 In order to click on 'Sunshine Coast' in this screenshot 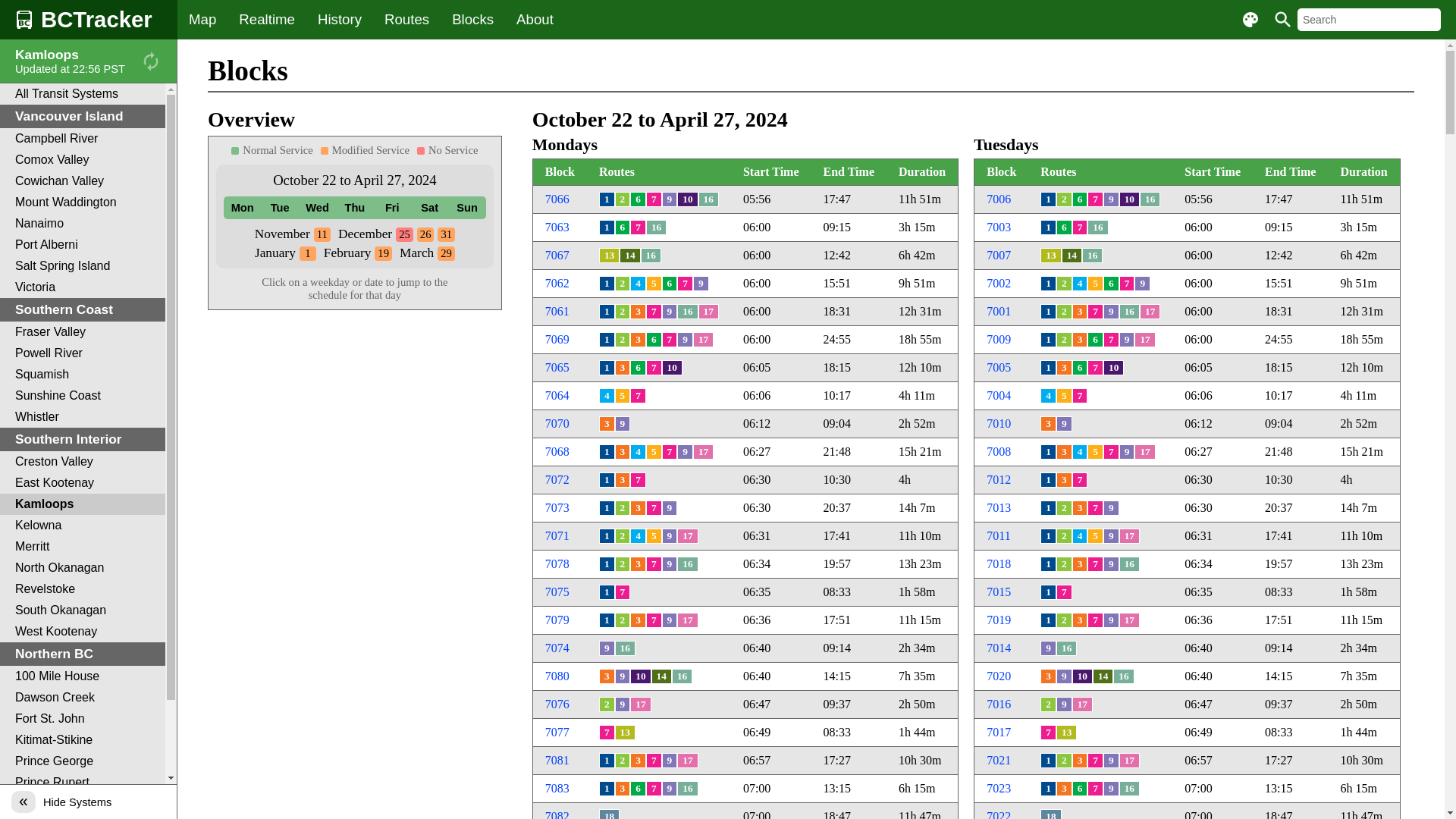, I will do `click(82, 394)`.